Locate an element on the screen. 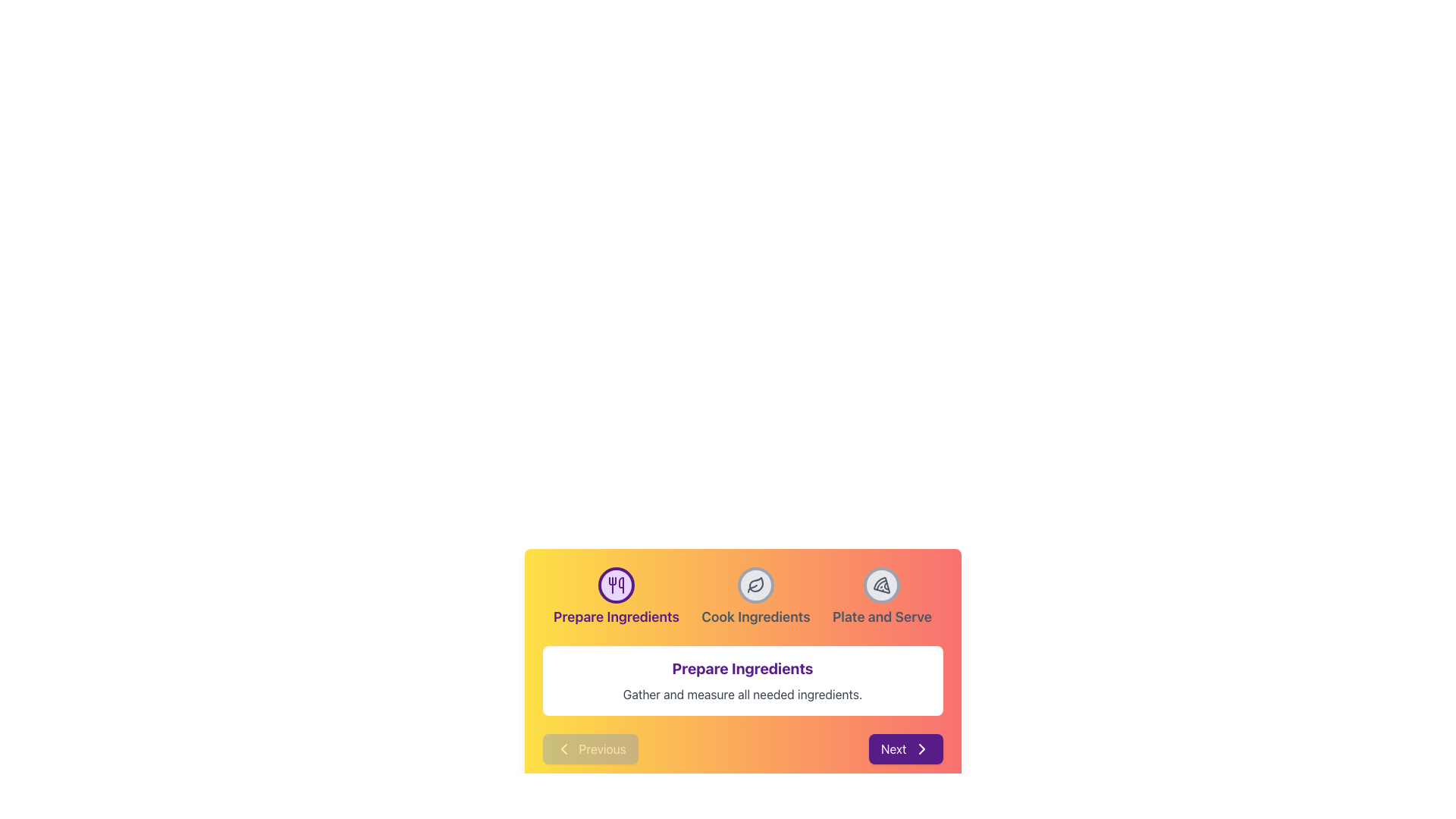  the instructional text label that suggests users gather and measure necessary components for a procedure, located at the center-bottom of the interface, below the title 'Prepare Ingredients' is located at coordinates (742, 694).